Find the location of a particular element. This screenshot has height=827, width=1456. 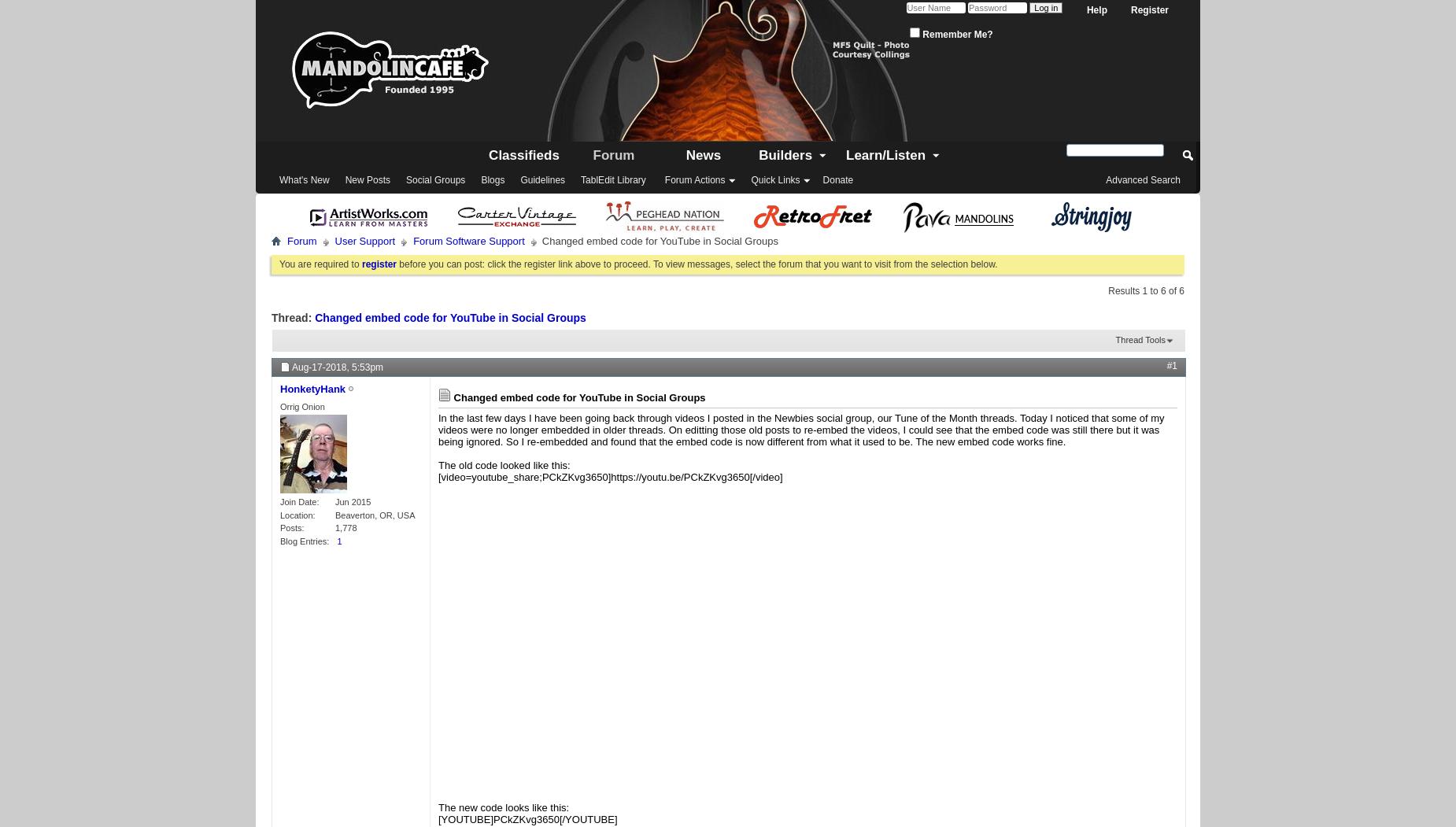

'TablEdit Library' is located at coordinates (613, 179).